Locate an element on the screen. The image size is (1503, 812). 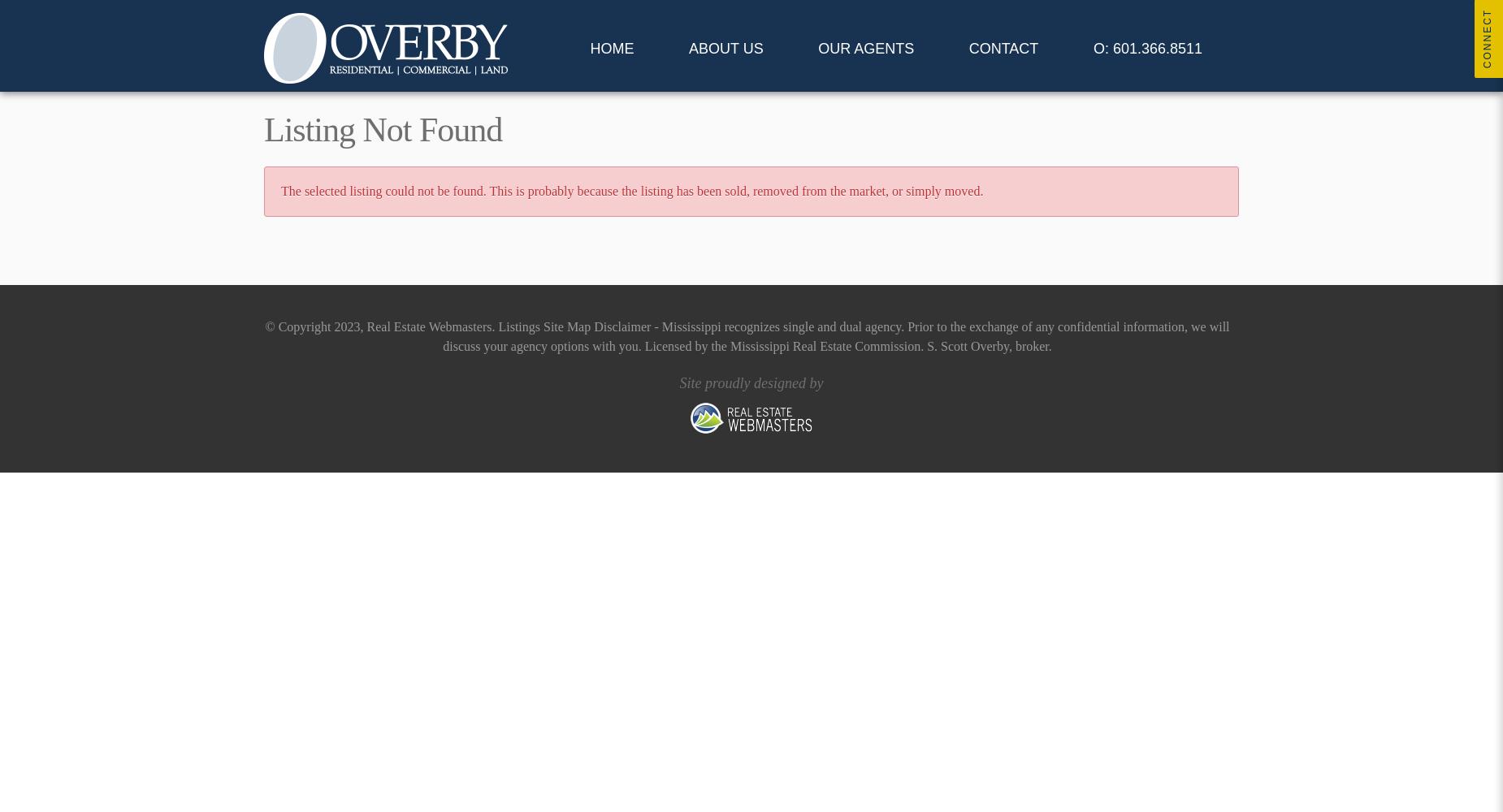
'© Copyright 2023,' is located at coordinates (314, 326).